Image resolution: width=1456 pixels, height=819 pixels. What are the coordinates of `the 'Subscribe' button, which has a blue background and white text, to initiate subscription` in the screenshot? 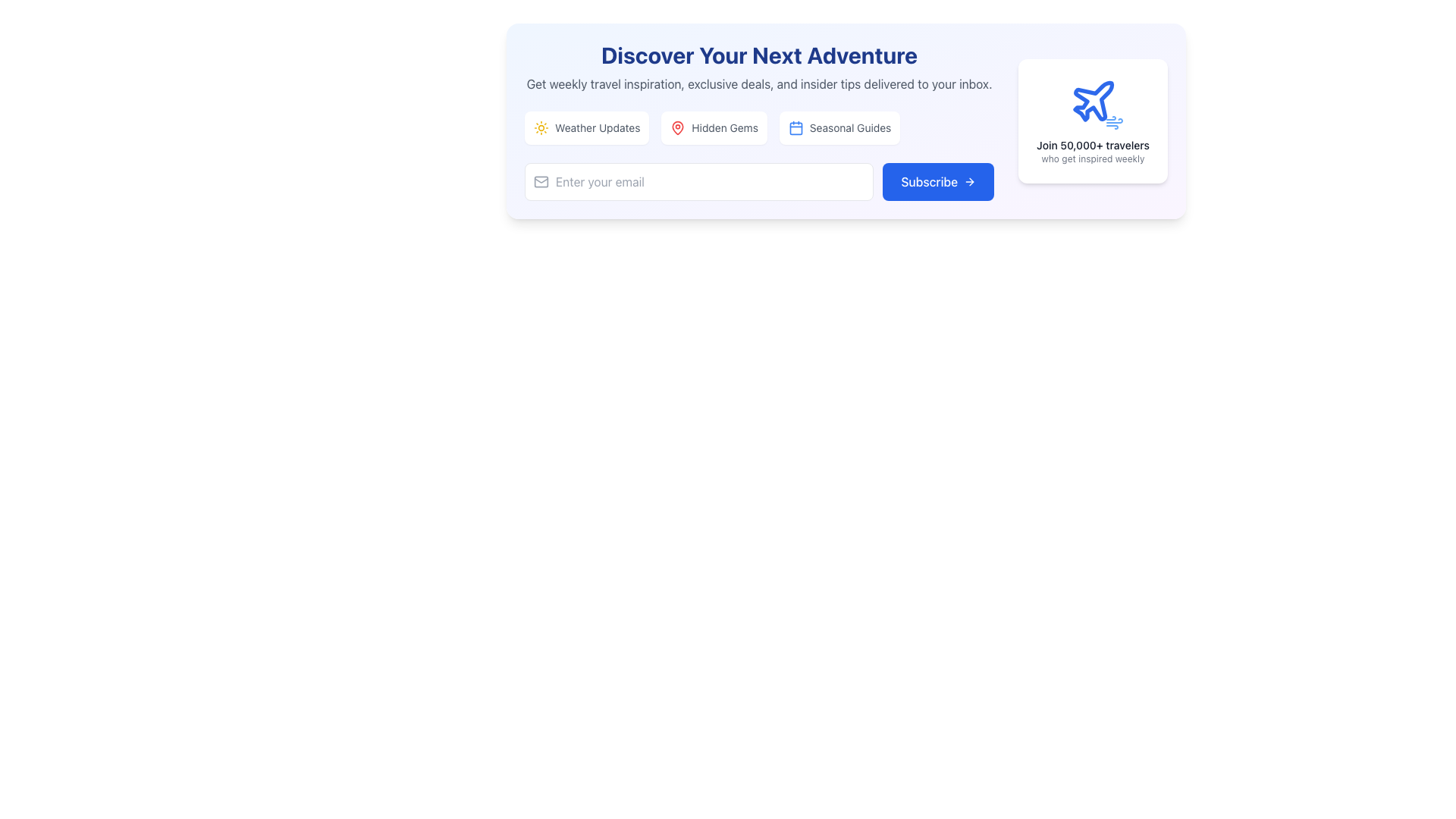 It's located at (937, 180).